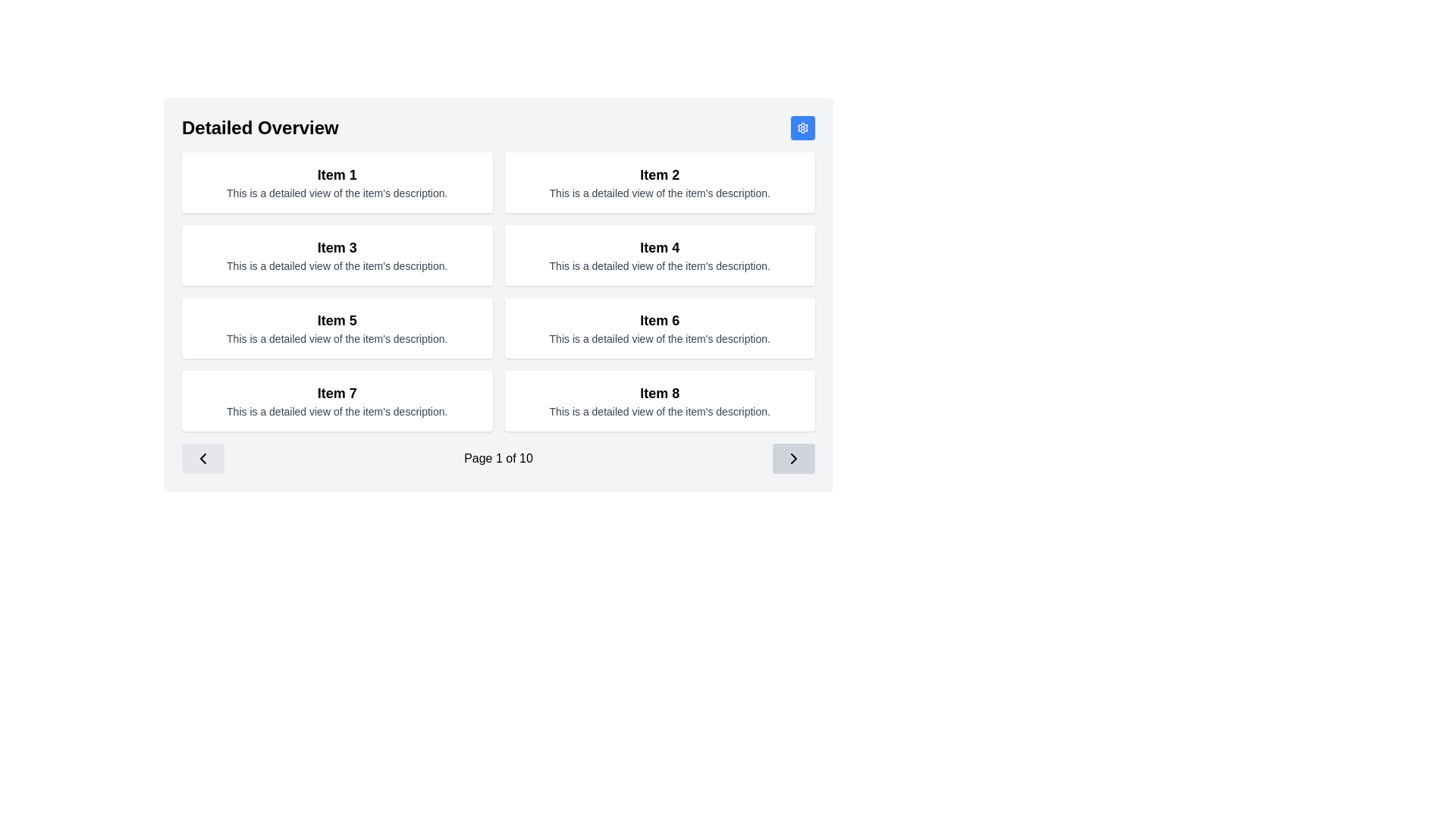 Image resolution: width=1456 pixels, height=819 pixels. What do you see at coordinates (336, 247) in the screenshot?
I see `the title heading for 'Item 3' located in the second column and second row of the grid layout, above the detailed description text` at bounding box center [336, 247].